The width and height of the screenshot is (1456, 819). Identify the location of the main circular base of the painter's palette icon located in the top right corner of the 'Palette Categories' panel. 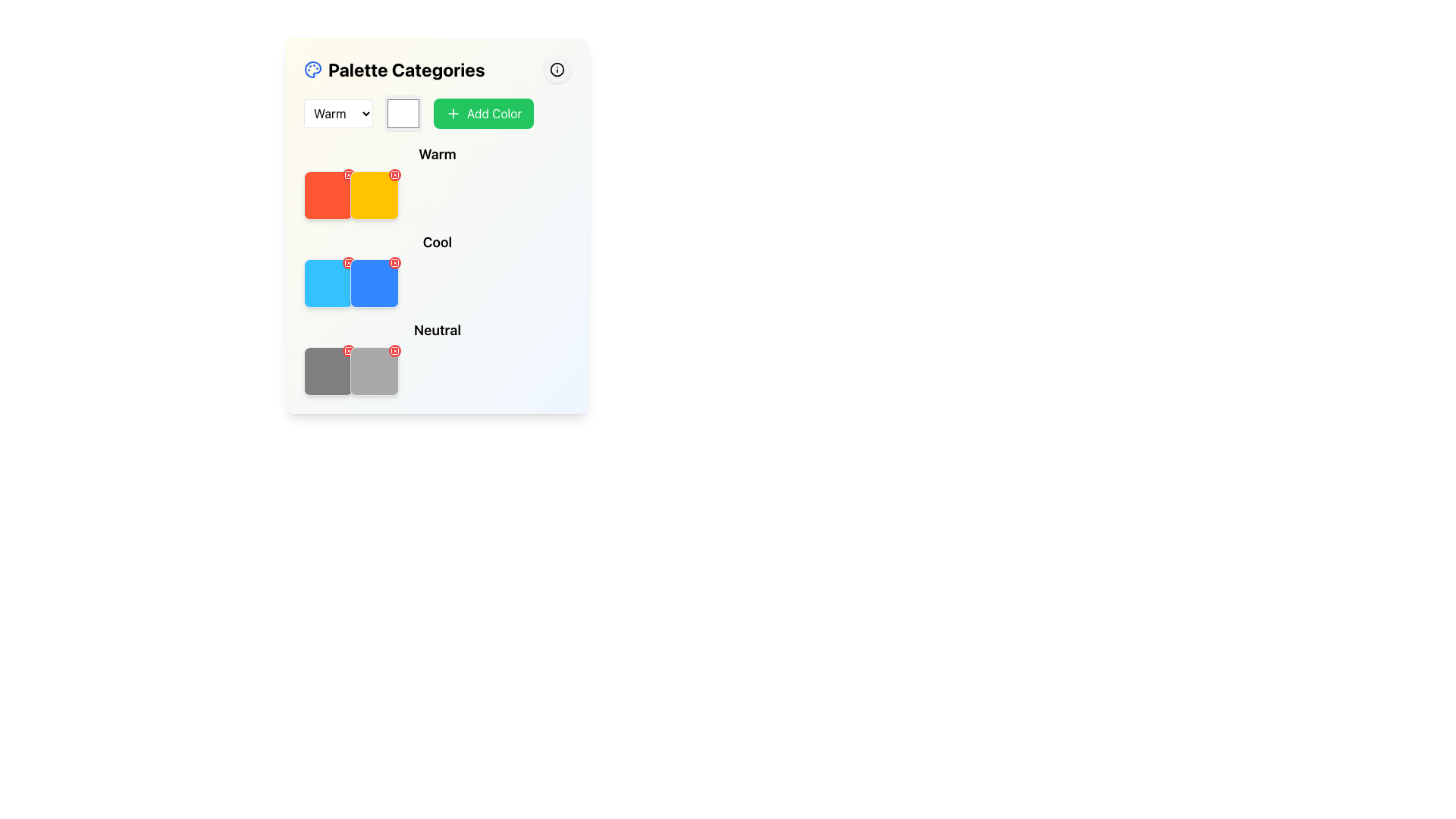
(312, 70).